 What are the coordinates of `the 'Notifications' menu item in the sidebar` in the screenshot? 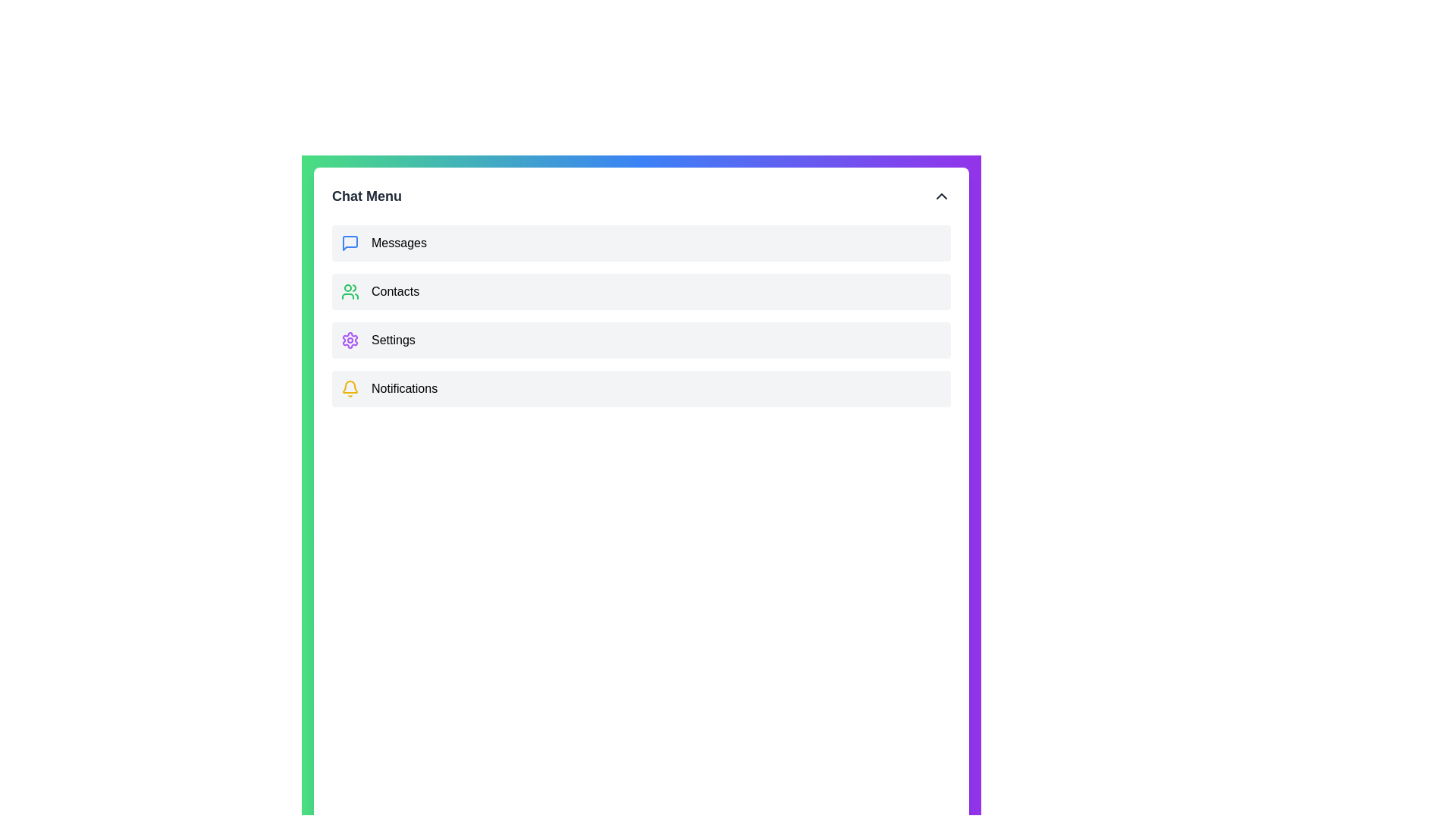 It's located at (403, 388).